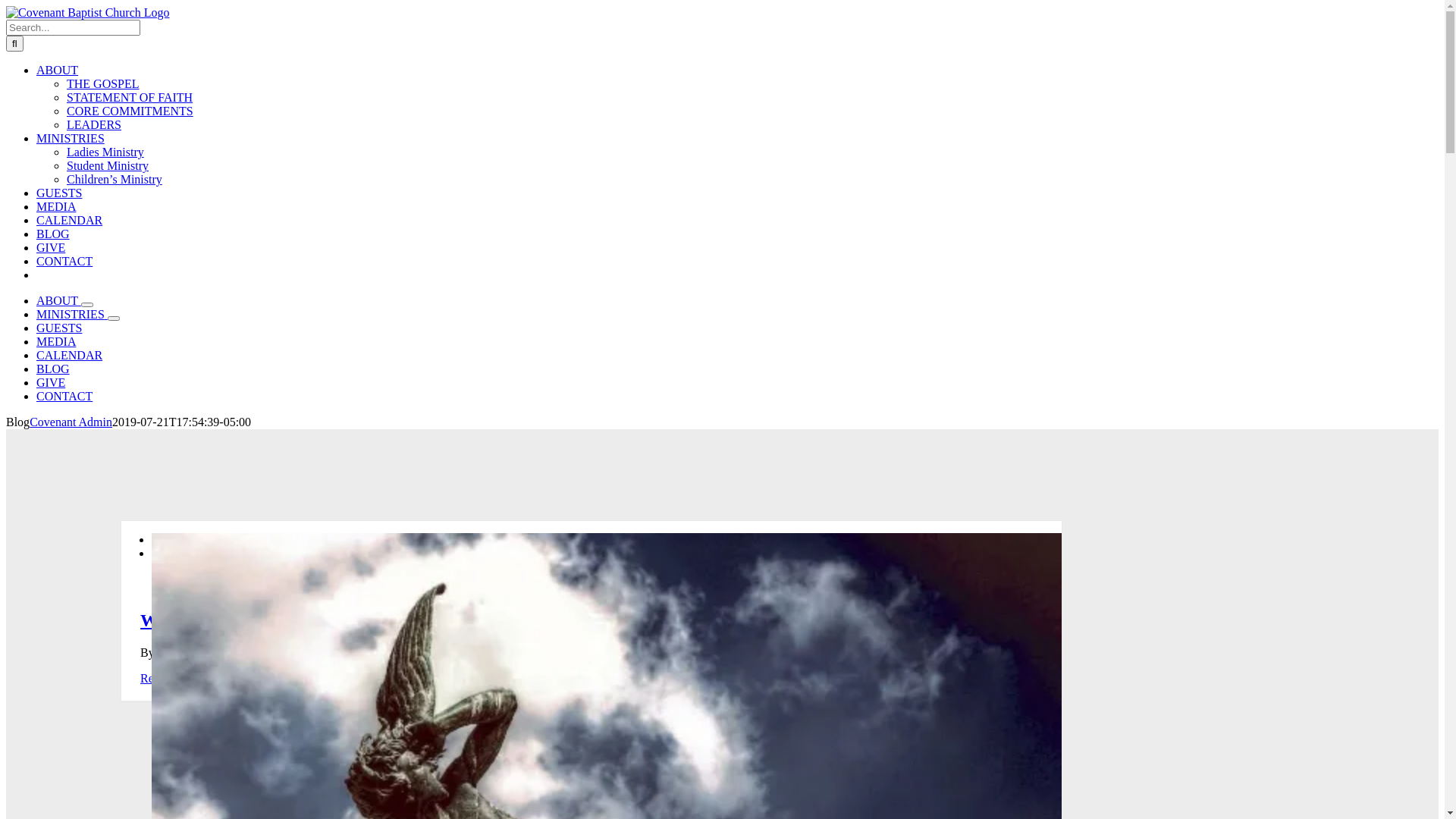 The width and height of the screenshot is (1456, 819). I want to click on 'Student Ministry', so click(107, 165).